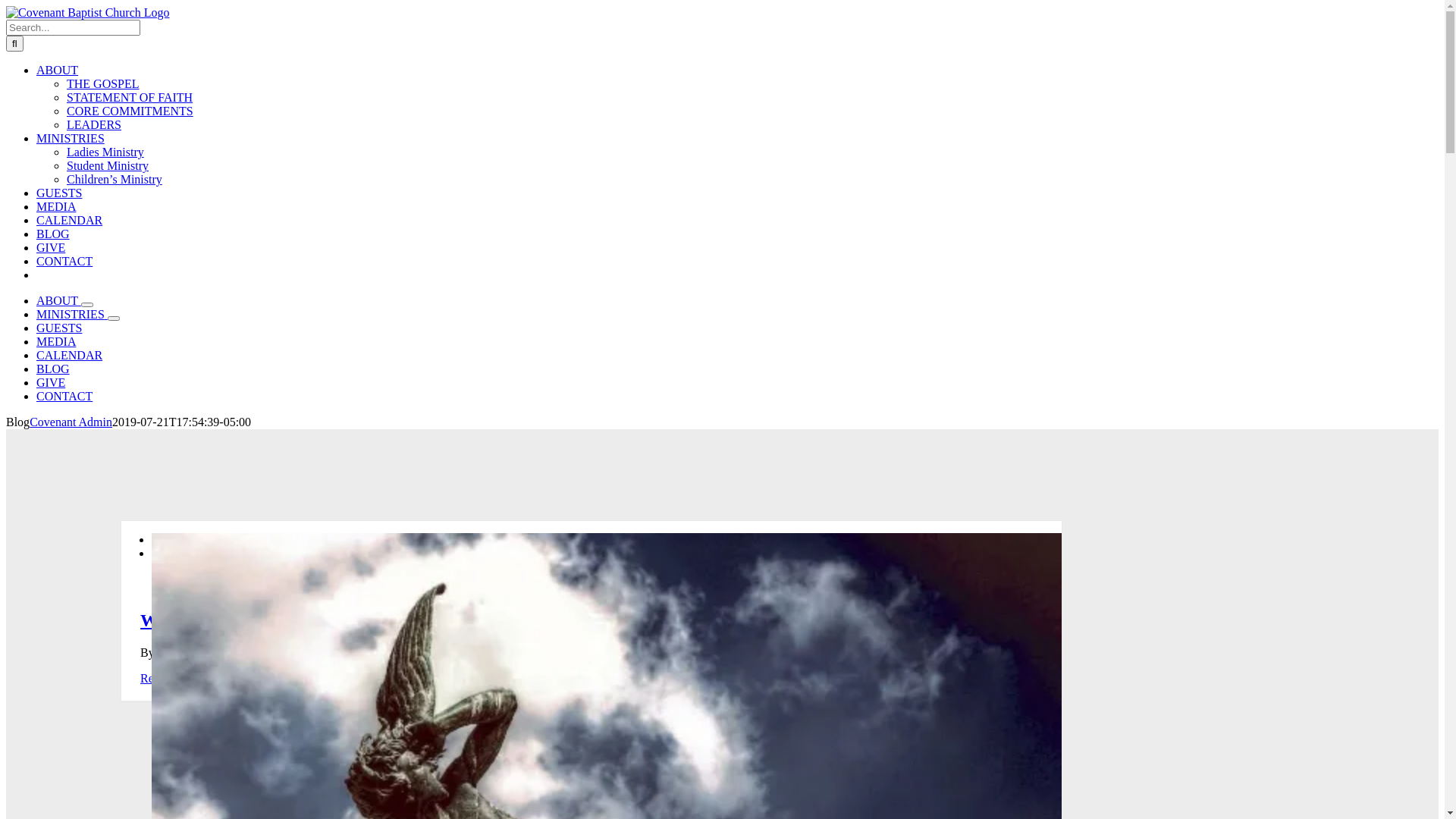 The width and height of the screenshot is (1456, 819). I want to click on 'Student Ministry', so click(107, 165).